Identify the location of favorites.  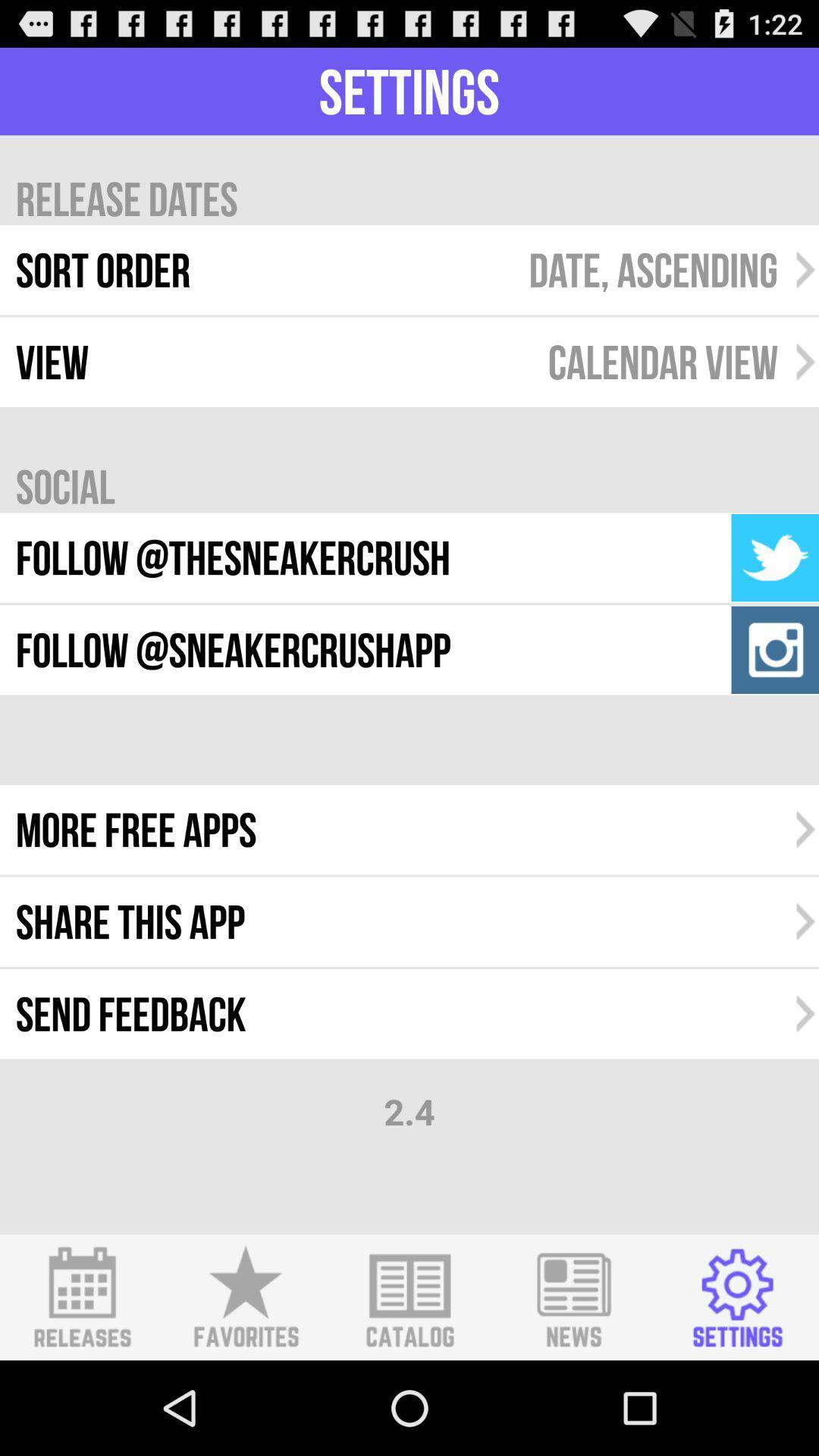
(245, 1297).